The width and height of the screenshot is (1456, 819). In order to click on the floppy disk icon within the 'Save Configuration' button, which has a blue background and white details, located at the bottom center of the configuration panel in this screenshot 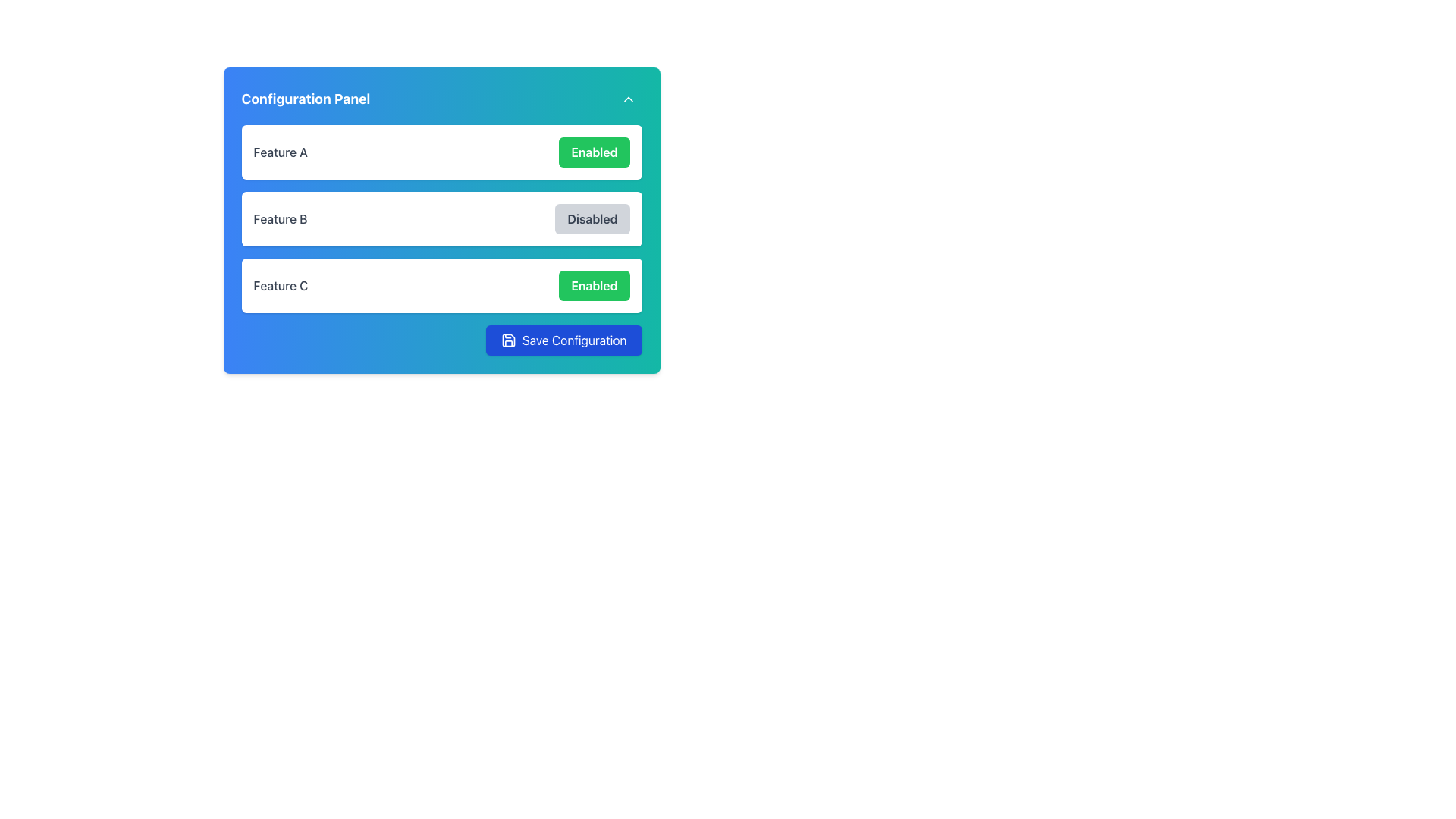, I will do `click(508, 339)`.